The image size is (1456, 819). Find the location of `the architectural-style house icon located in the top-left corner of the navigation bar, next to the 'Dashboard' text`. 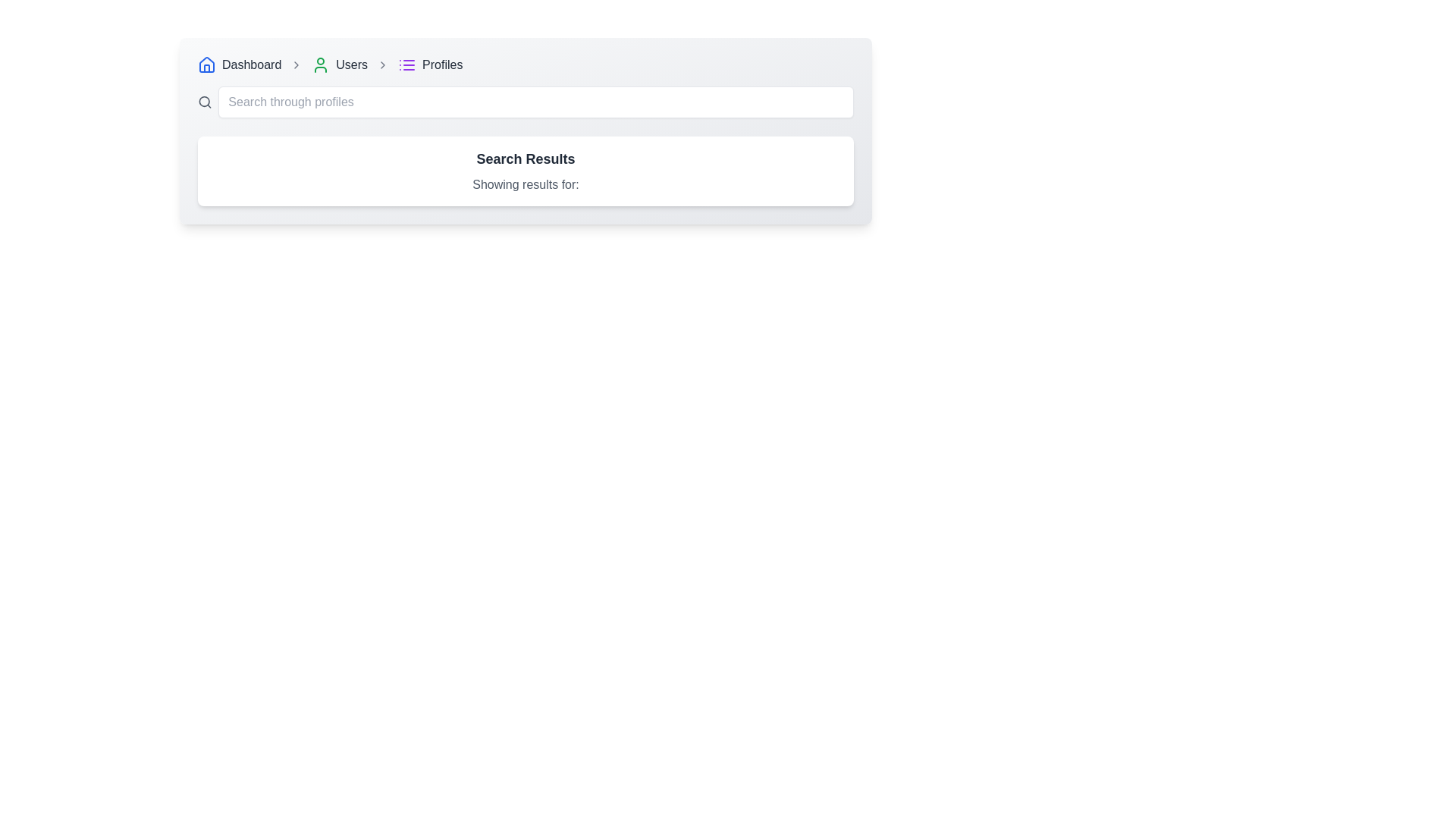

the architectural-style house icon located in the top-left corner of the navigation bar, next to the 'Dashboard' text is located at coordinates (206, 68).